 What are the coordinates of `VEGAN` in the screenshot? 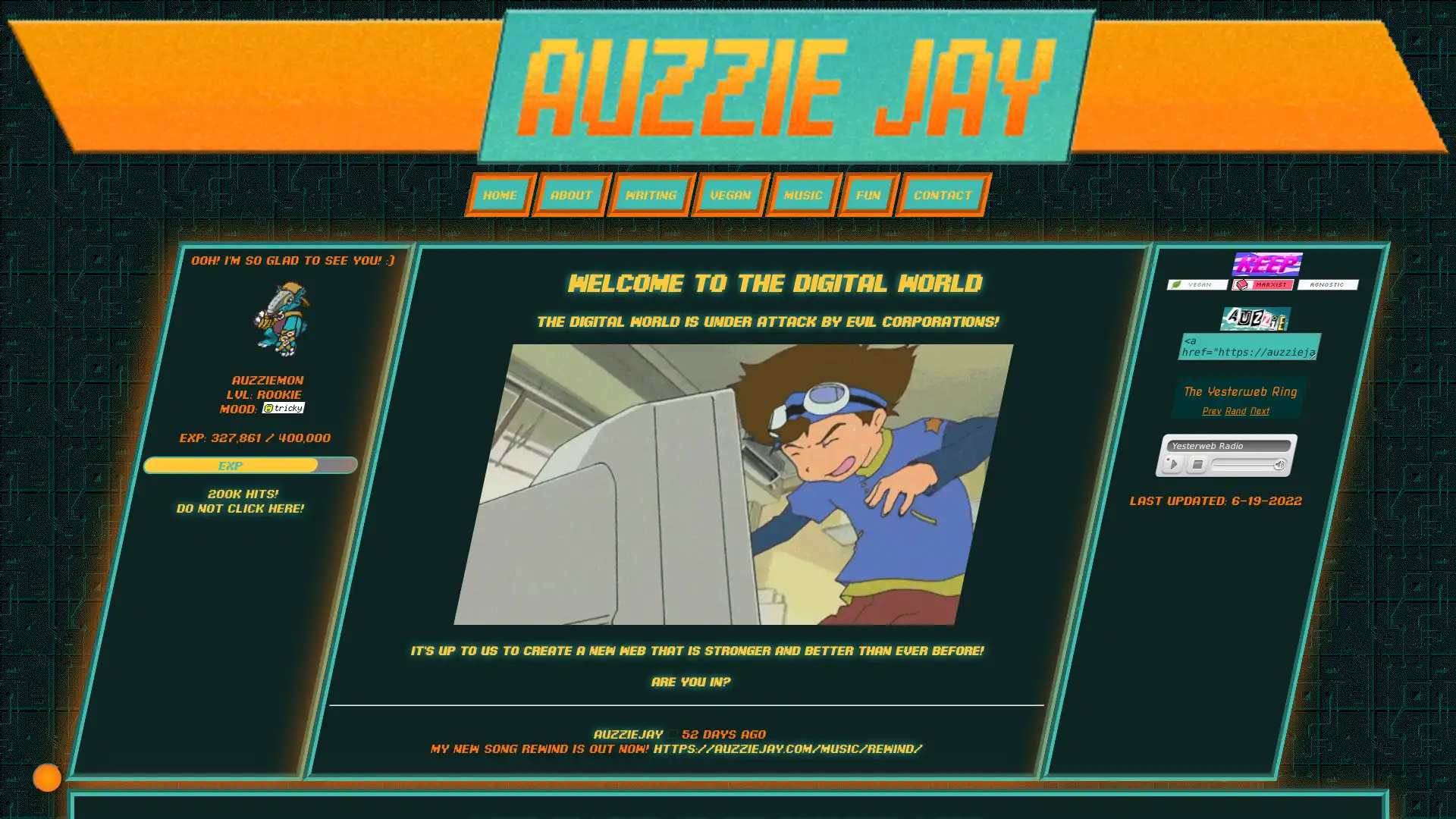 It's located at (730, 193).